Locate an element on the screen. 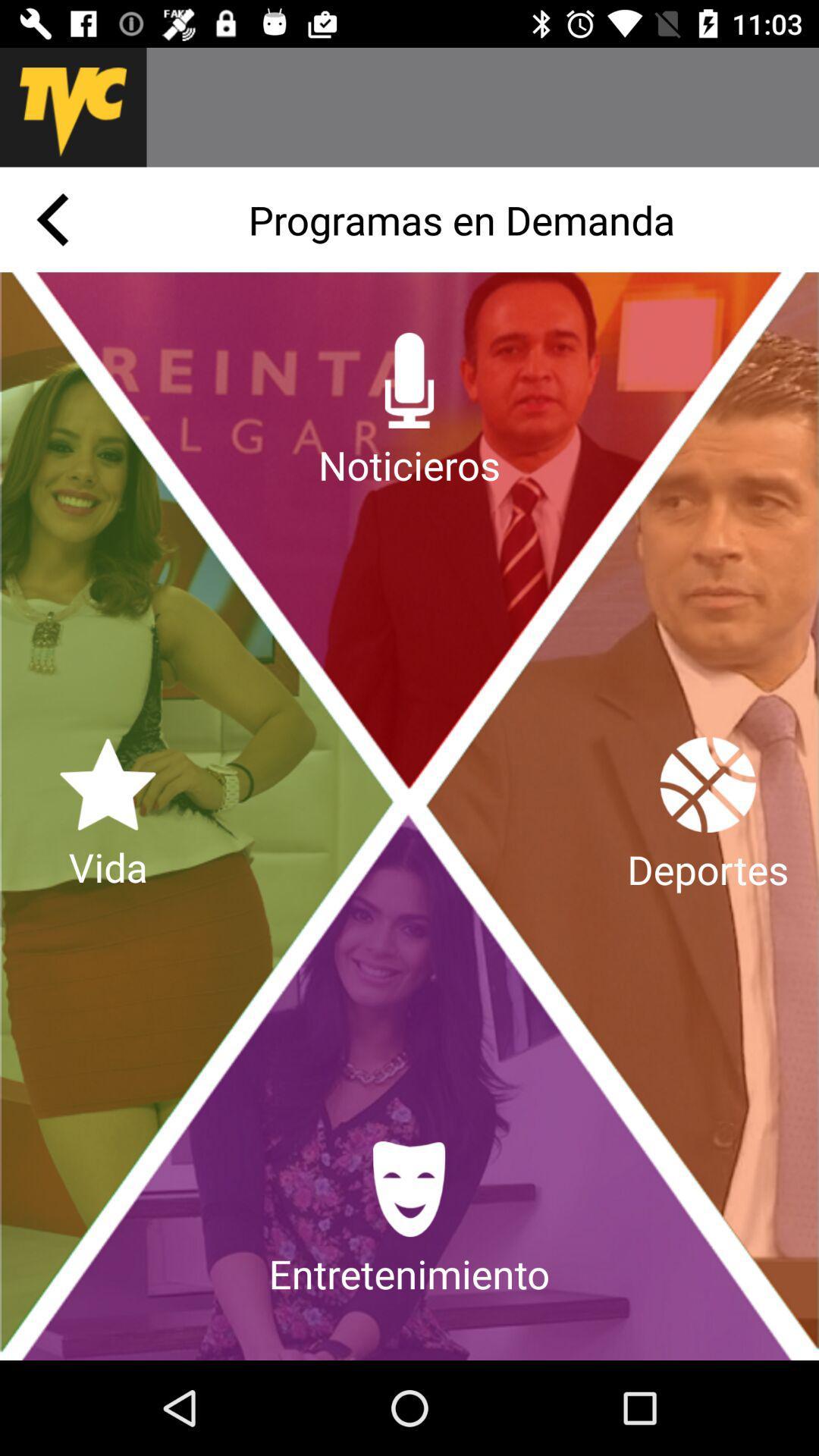 The width and height of the screenshot is (819, 1456). search is located at coordinates (482, 106).